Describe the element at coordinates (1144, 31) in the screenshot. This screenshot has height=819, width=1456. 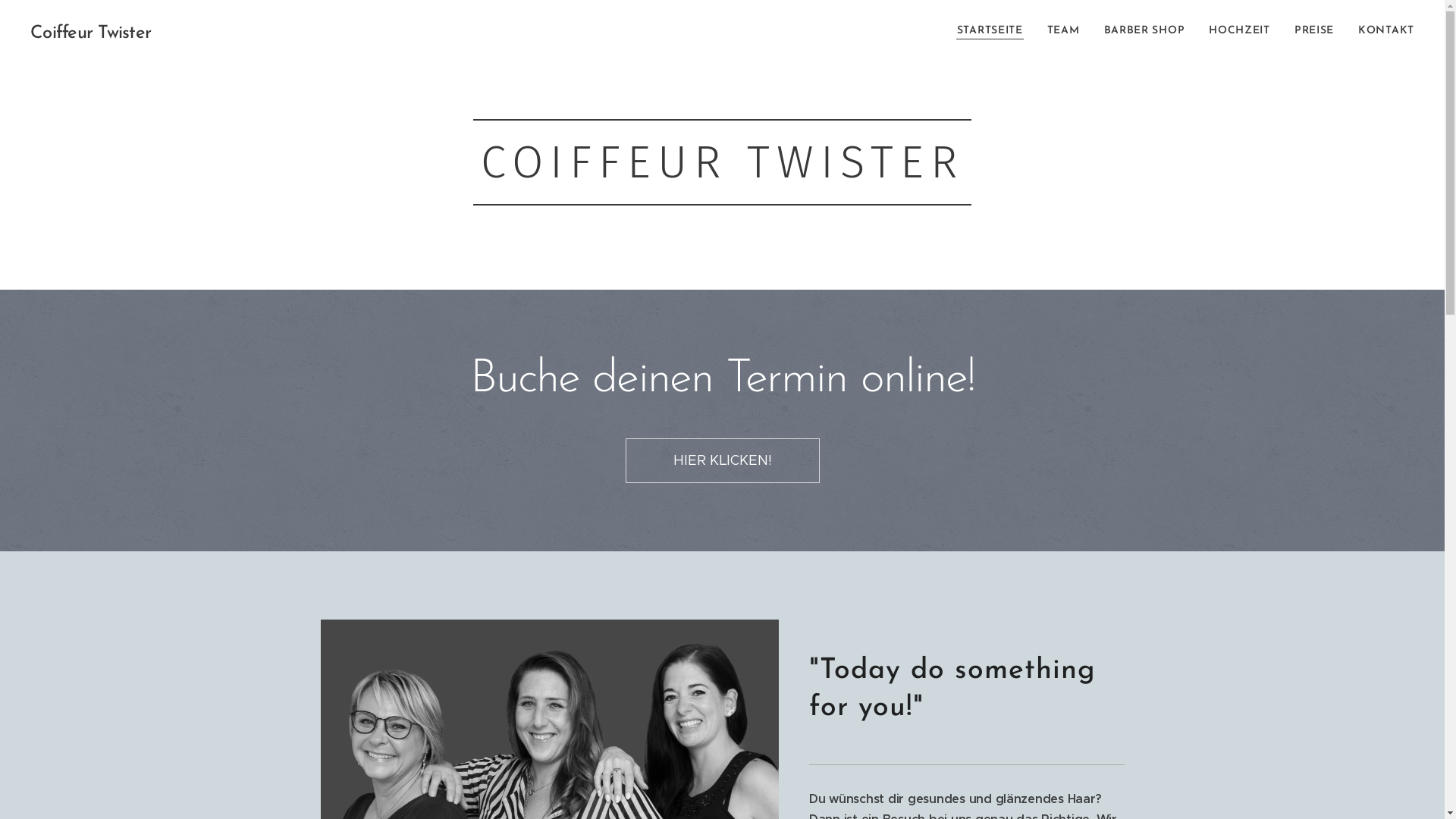
I see `'BARBER SHOP'` at that location.